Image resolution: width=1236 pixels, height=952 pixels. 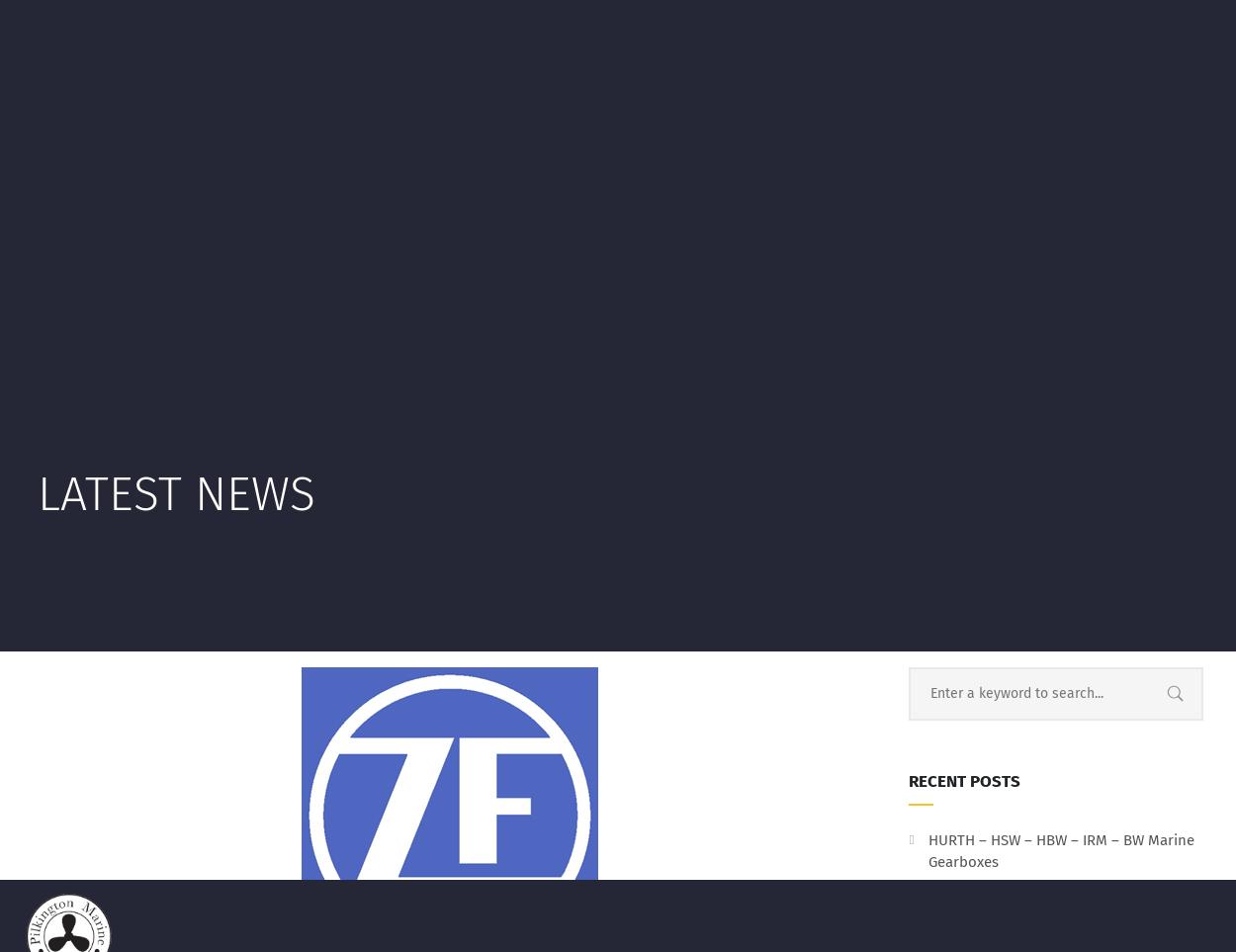 What do you see at coordinates (308, 186) in the screenshot?
I see `'News'` at bounding box center [308, 186].